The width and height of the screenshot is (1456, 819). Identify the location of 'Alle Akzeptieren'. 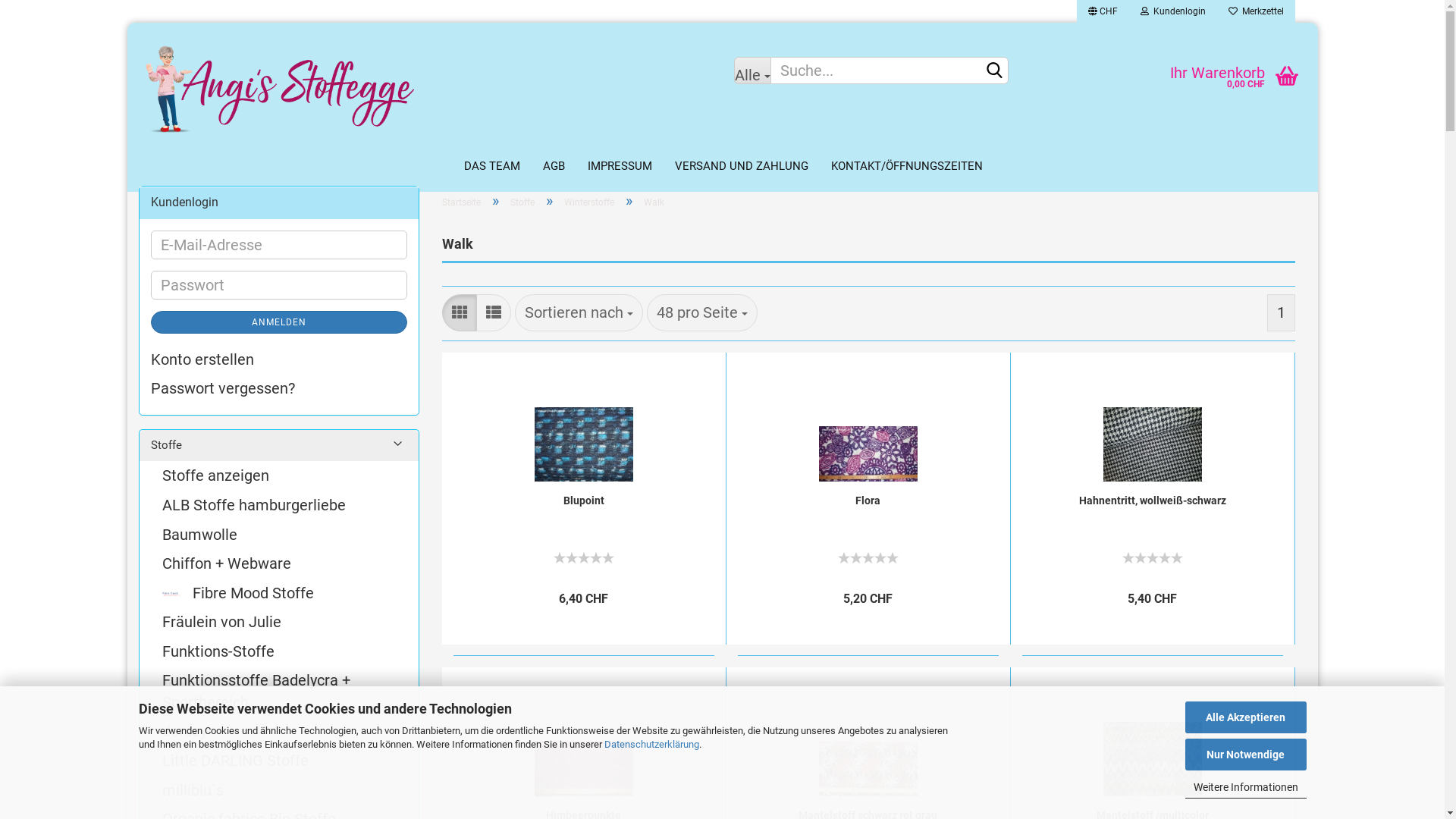
(1183, 717).